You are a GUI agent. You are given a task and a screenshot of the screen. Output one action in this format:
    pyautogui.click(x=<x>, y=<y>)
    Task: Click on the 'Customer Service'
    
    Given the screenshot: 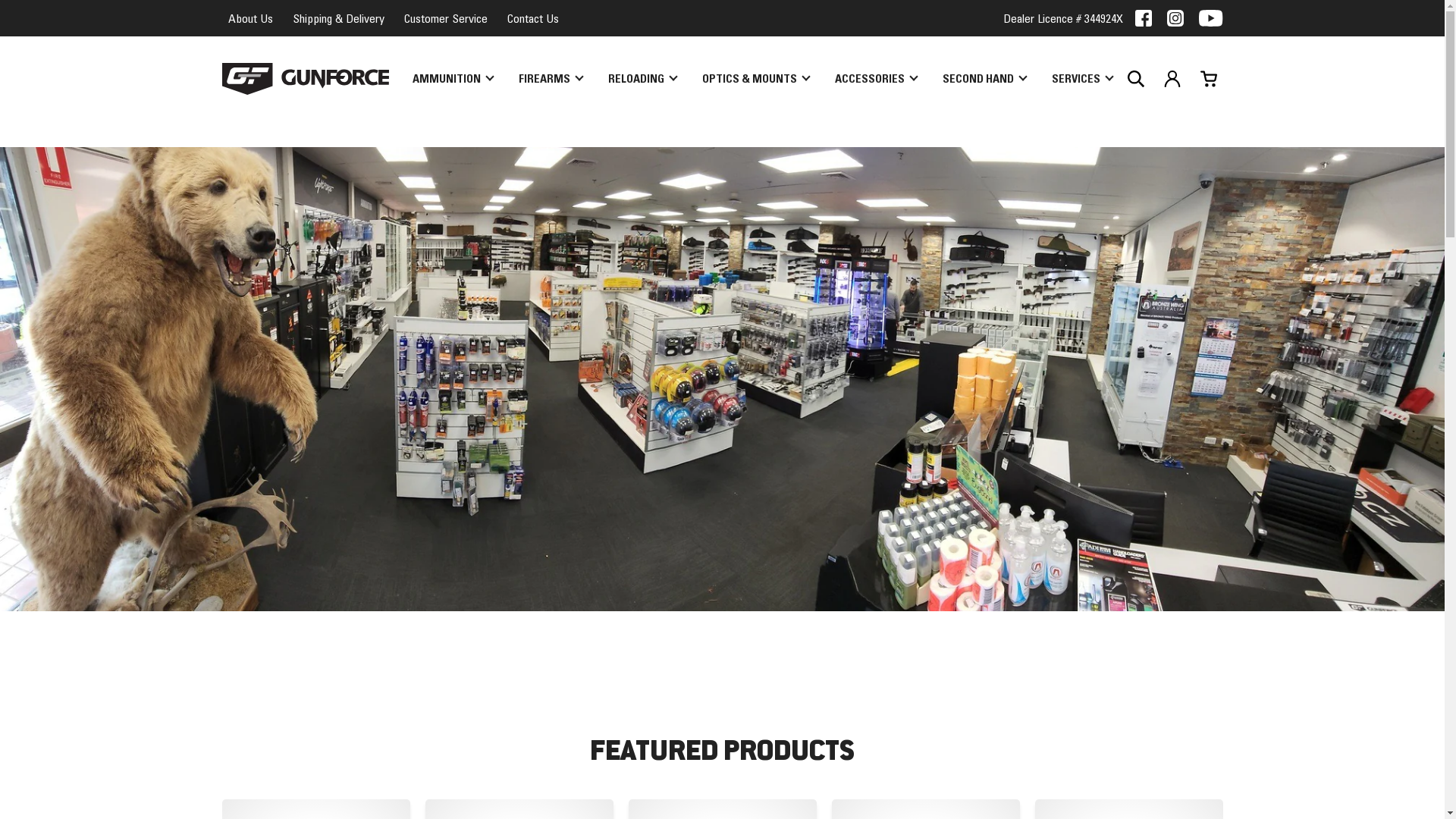 What is the action you would take?
    pyautogui.click(x=444, y=17)
    